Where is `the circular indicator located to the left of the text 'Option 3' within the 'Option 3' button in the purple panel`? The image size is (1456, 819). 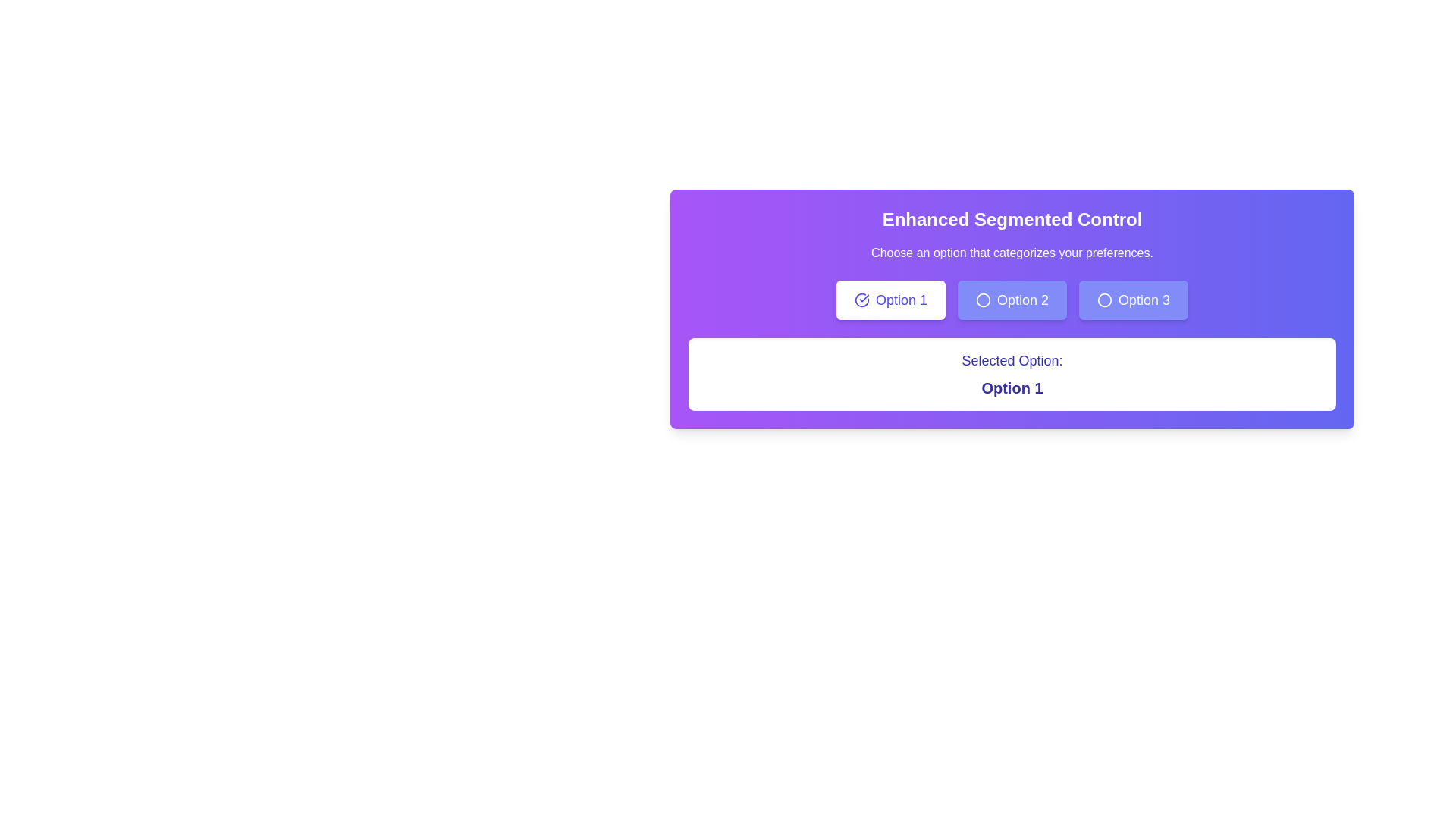 the circular indicator located to the left of the text 'Option 3' within the 'Option 3' button in the purple panel is located at coordinates (1105, 300).